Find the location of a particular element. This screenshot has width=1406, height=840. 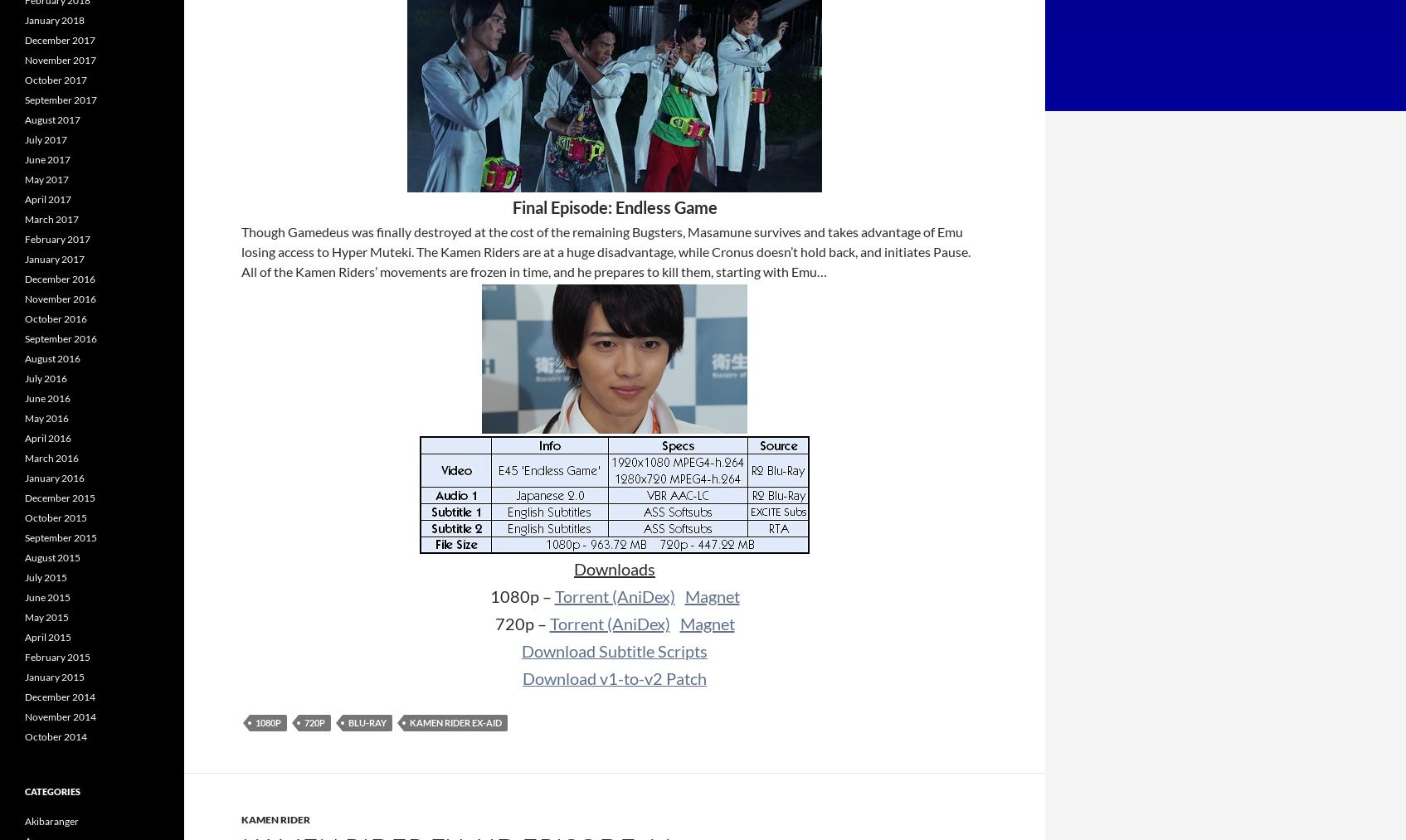

'December 2017' is located at coordinates (59, 39).